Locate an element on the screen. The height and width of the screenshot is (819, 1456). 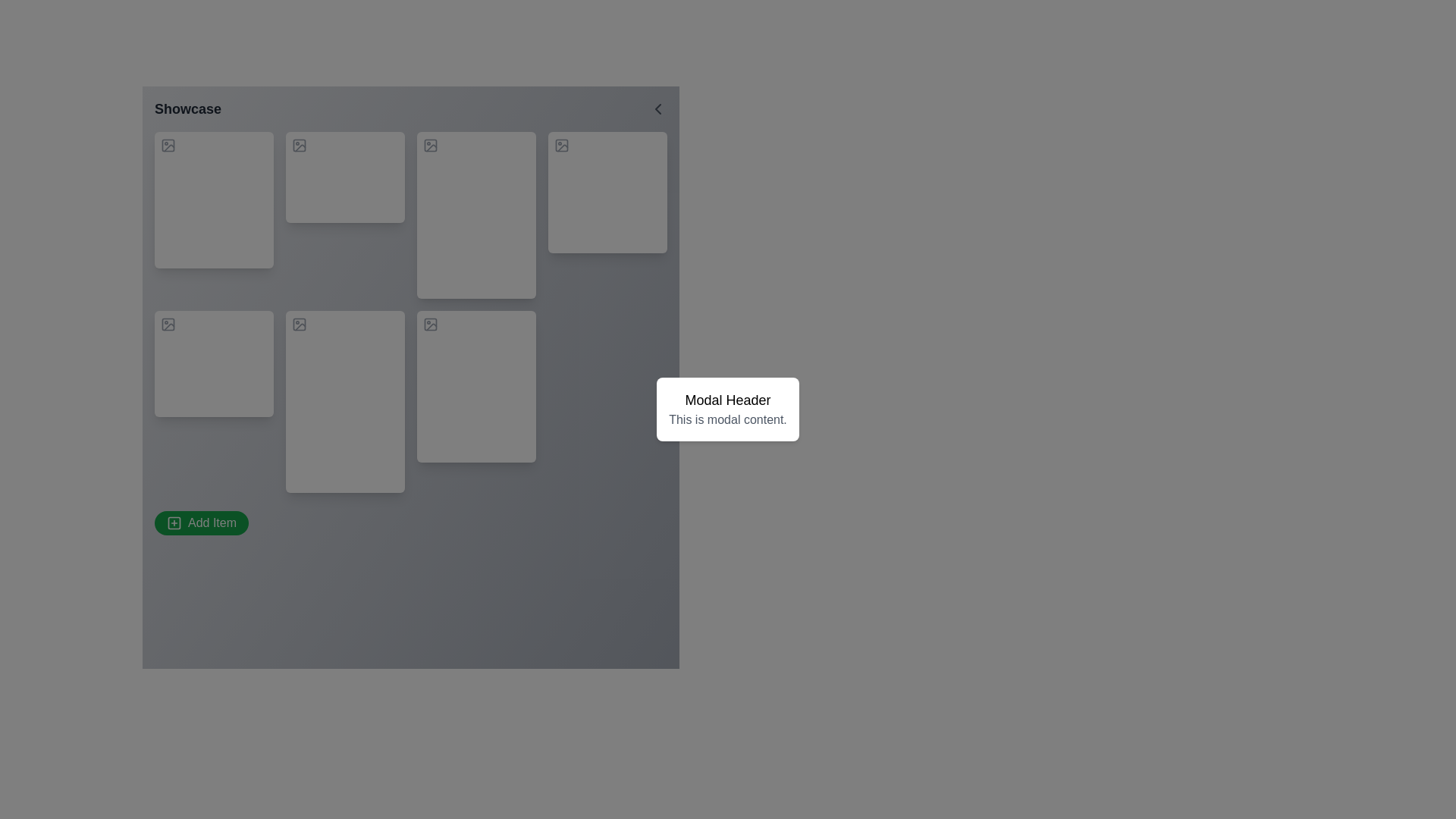
text of the header element located at the top of the modal dialog box, which indicates the title or purpose of the modal is located at coordinates (728, 400).